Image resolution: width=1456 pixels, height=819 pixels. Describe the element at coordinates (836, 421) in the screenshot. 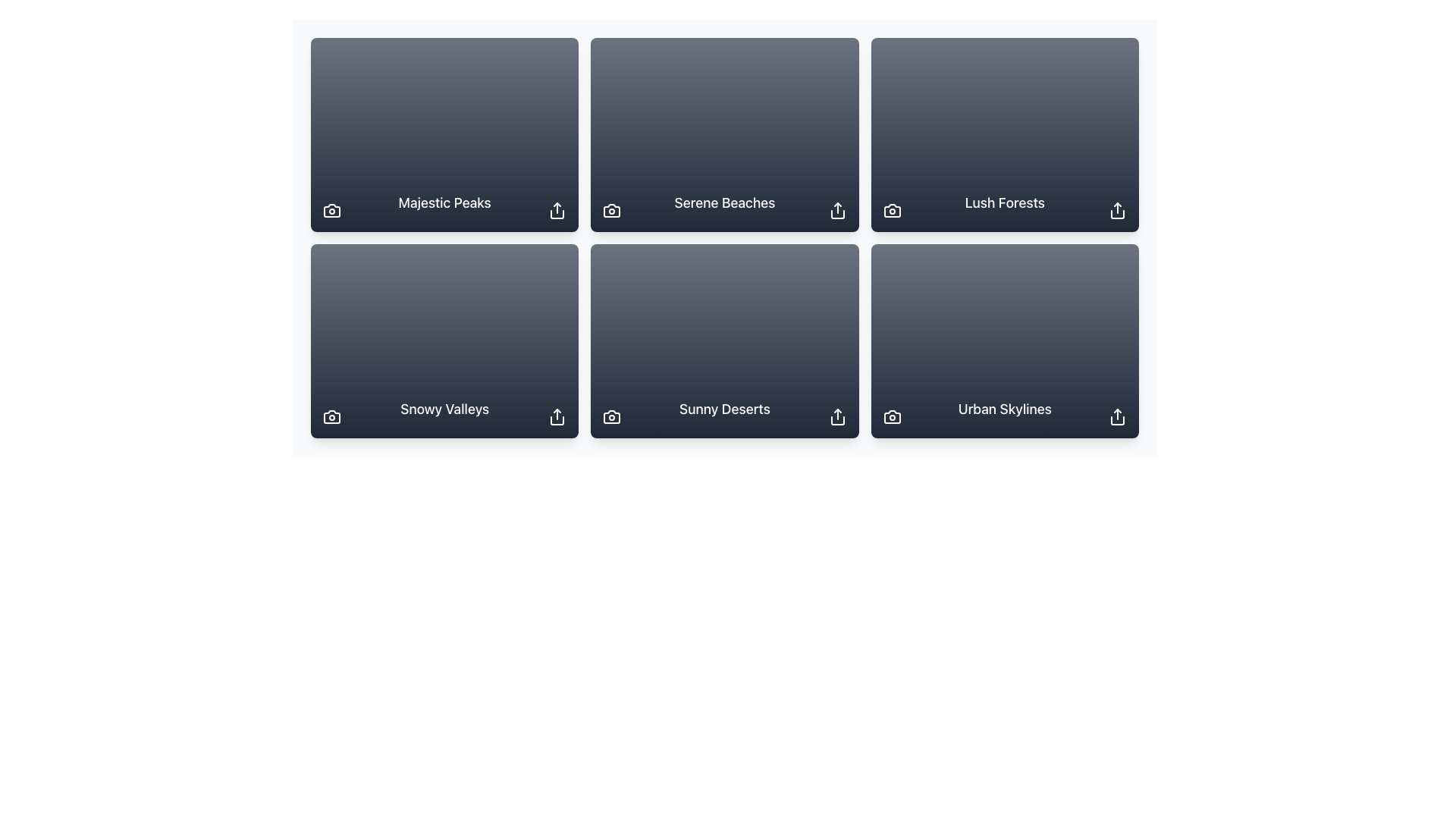

I see `the share icon located at the bottom-right corner of the second row in the grid layout, adjacent to the title 'Sunny Deserts'` at that location.